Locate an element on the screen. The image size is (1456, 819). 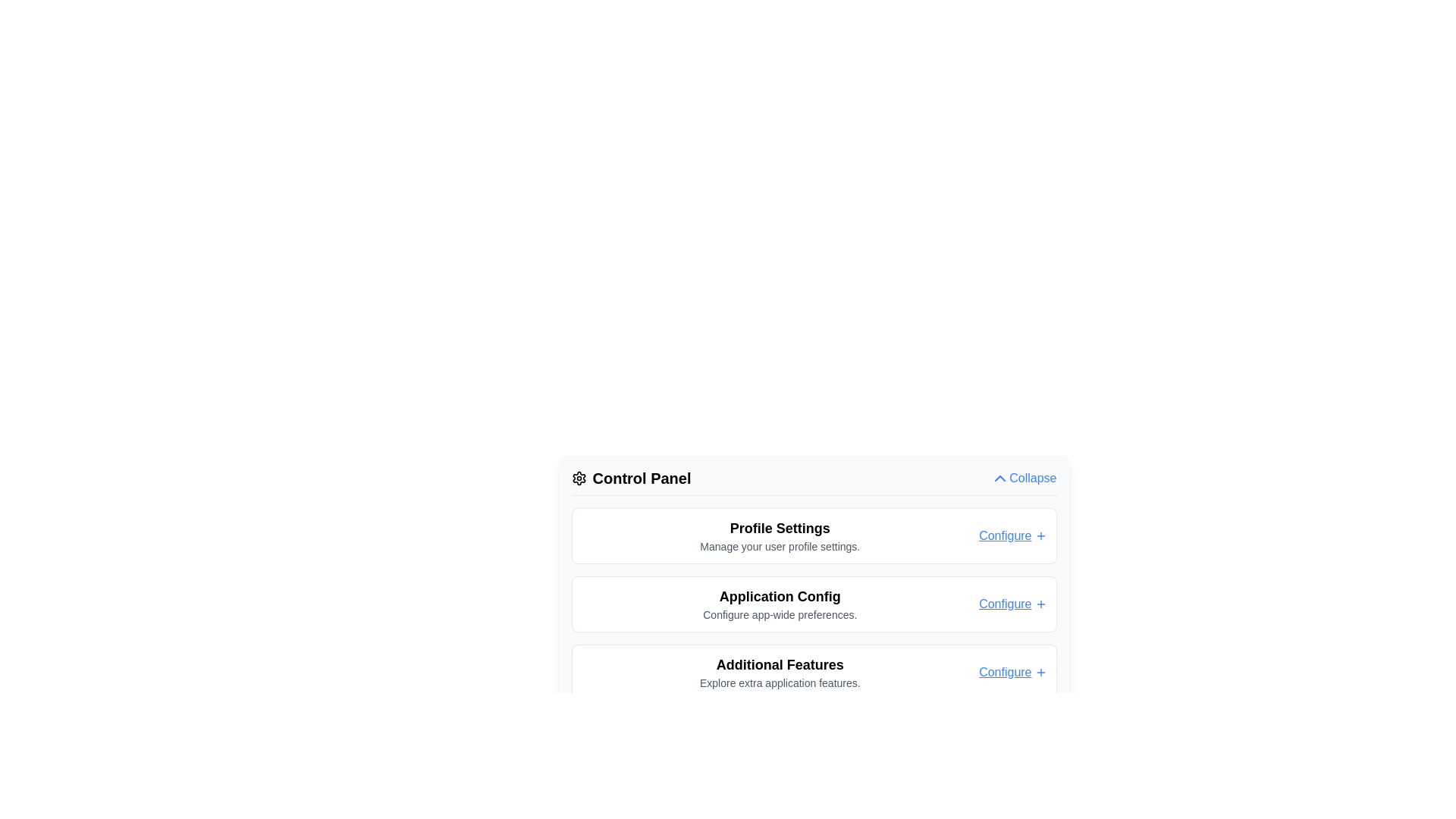
the text label that serves as a header for additional feature settings in the control panel, located just below 'Application Config' and above 'Explore extra application features.' is located at coordinates (780, 664).